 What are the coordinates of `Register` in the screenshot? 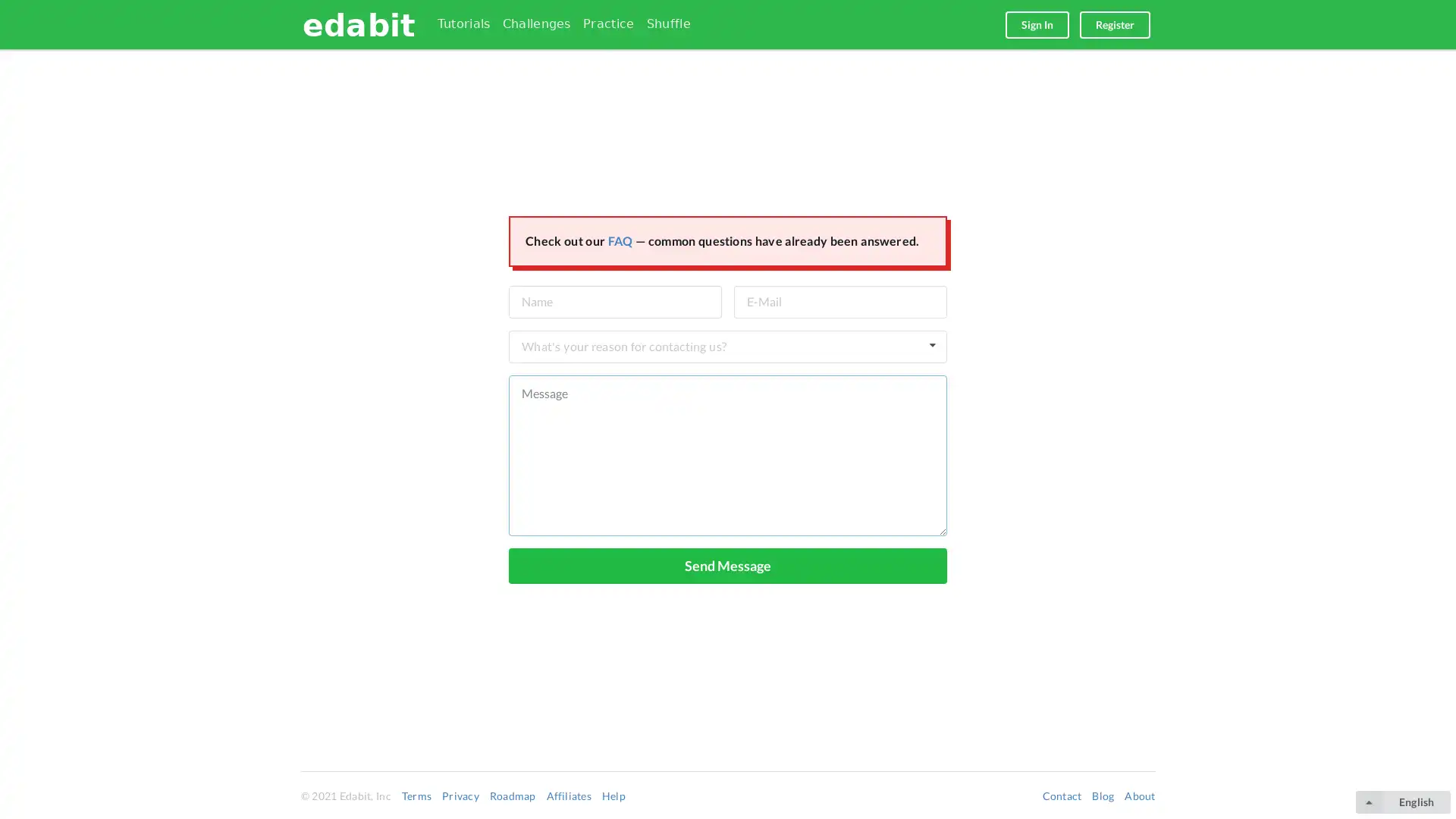 It's located at (1114, 24).